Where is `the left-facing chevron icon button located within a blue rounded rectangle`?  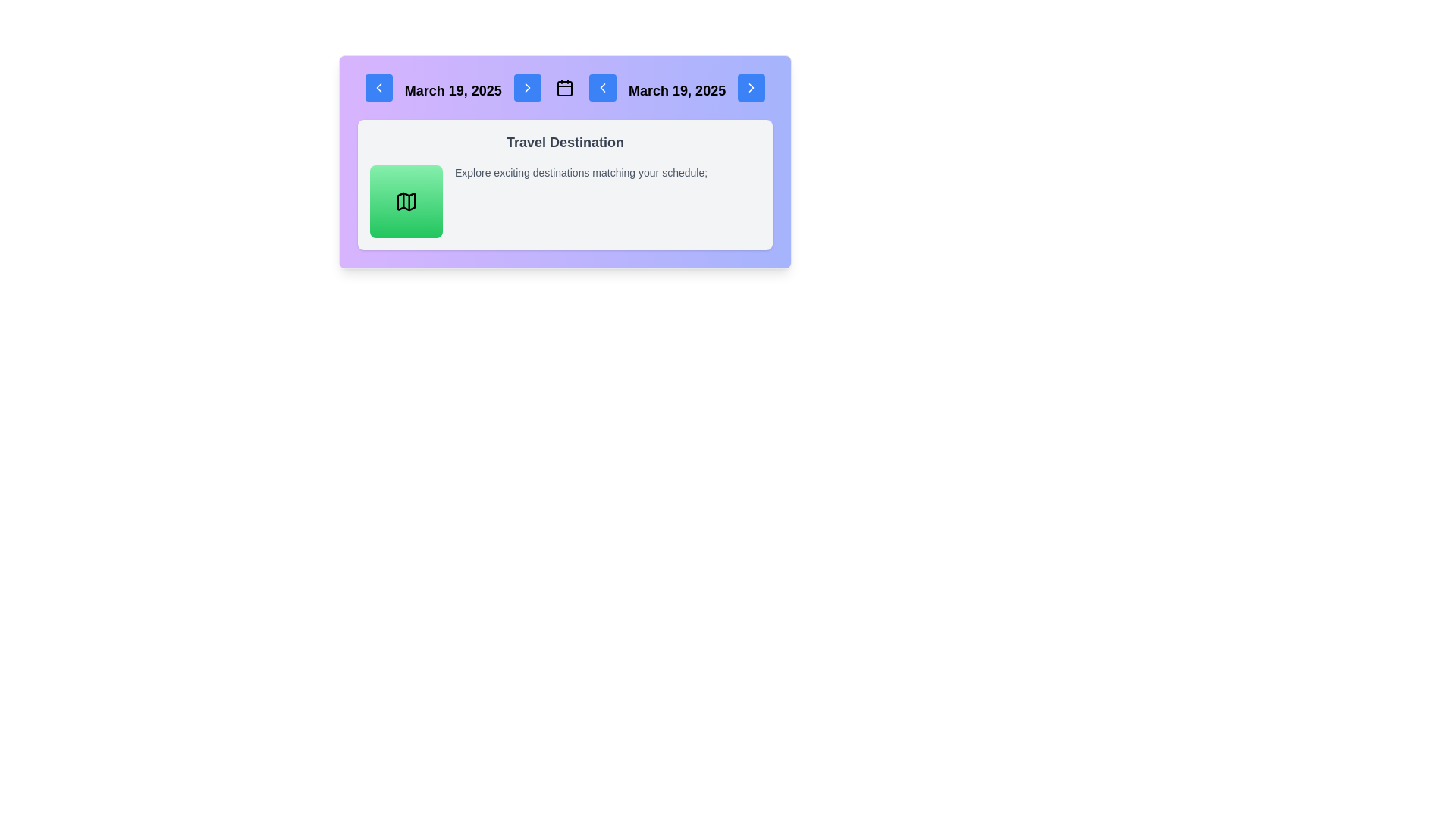 the left-facing chevron icon button located within a blue rounded rectangle is located at coordinates (602, 87).